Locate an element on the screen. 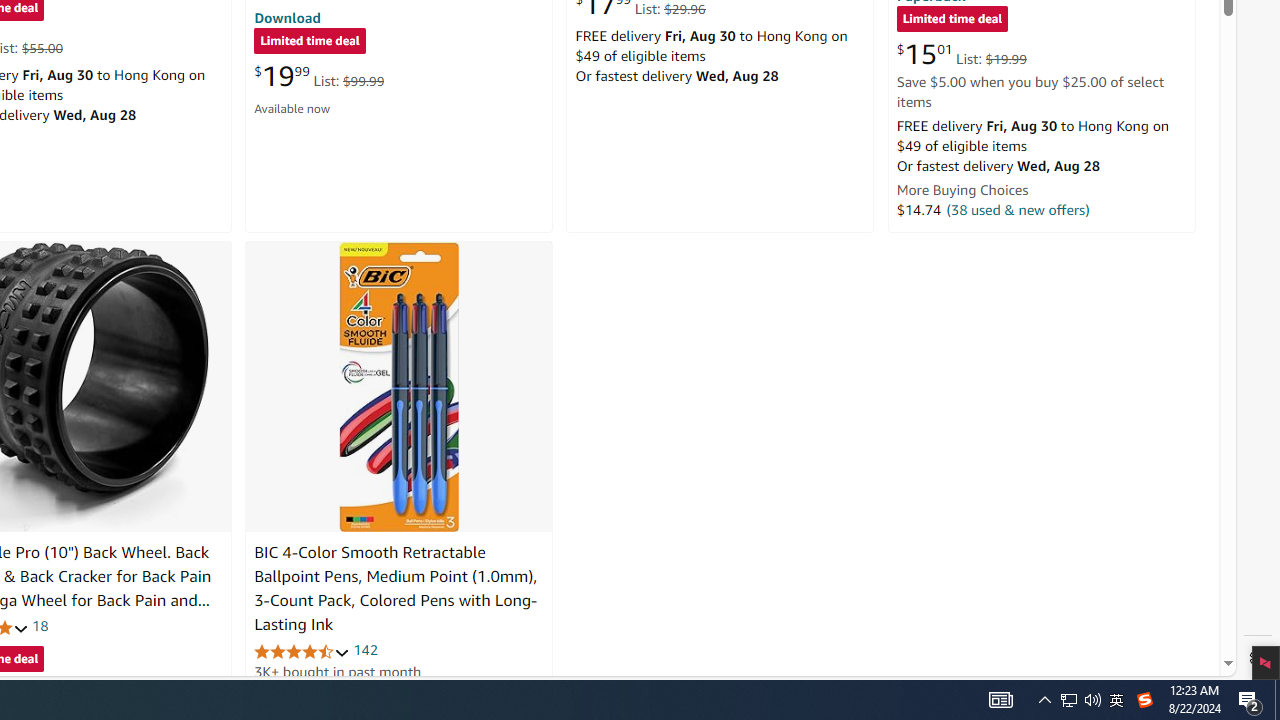 This screenshot has height=720, width=1280. '142' is located at coordinates (365, 650).